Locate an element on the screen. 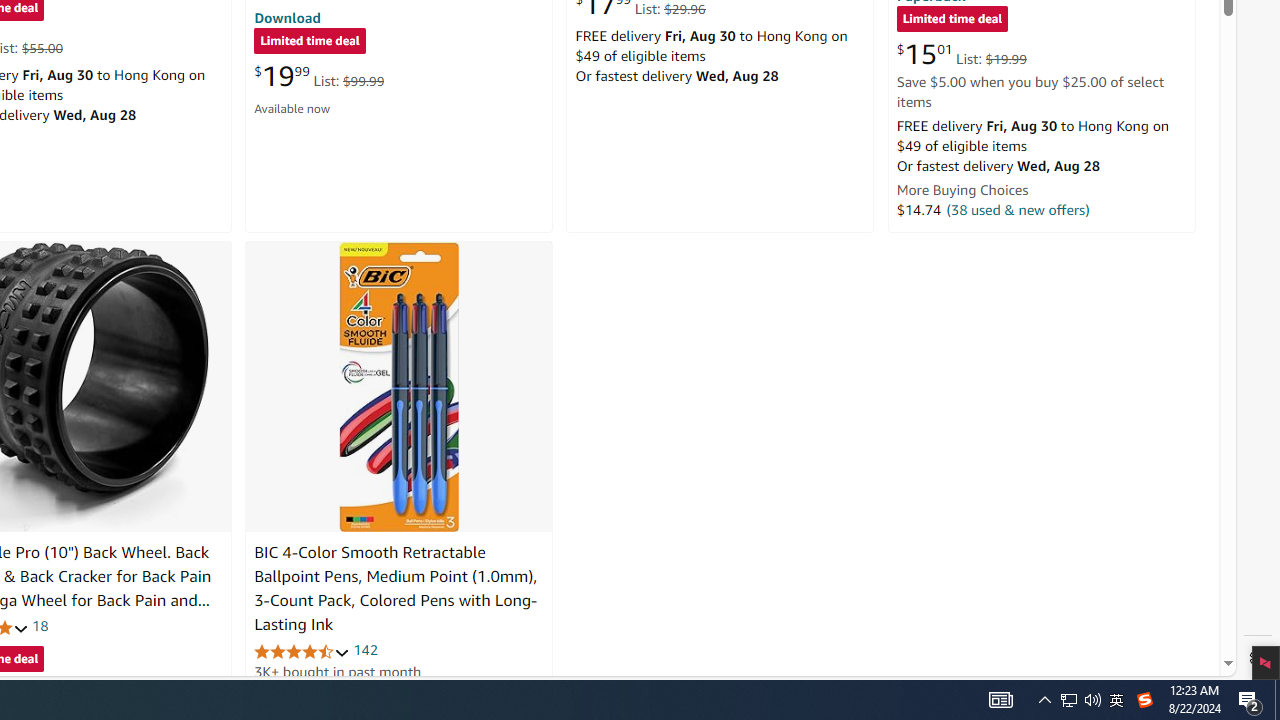 This screenshot has height=720, width=1280. '142' is located at coordinates (365, 650).